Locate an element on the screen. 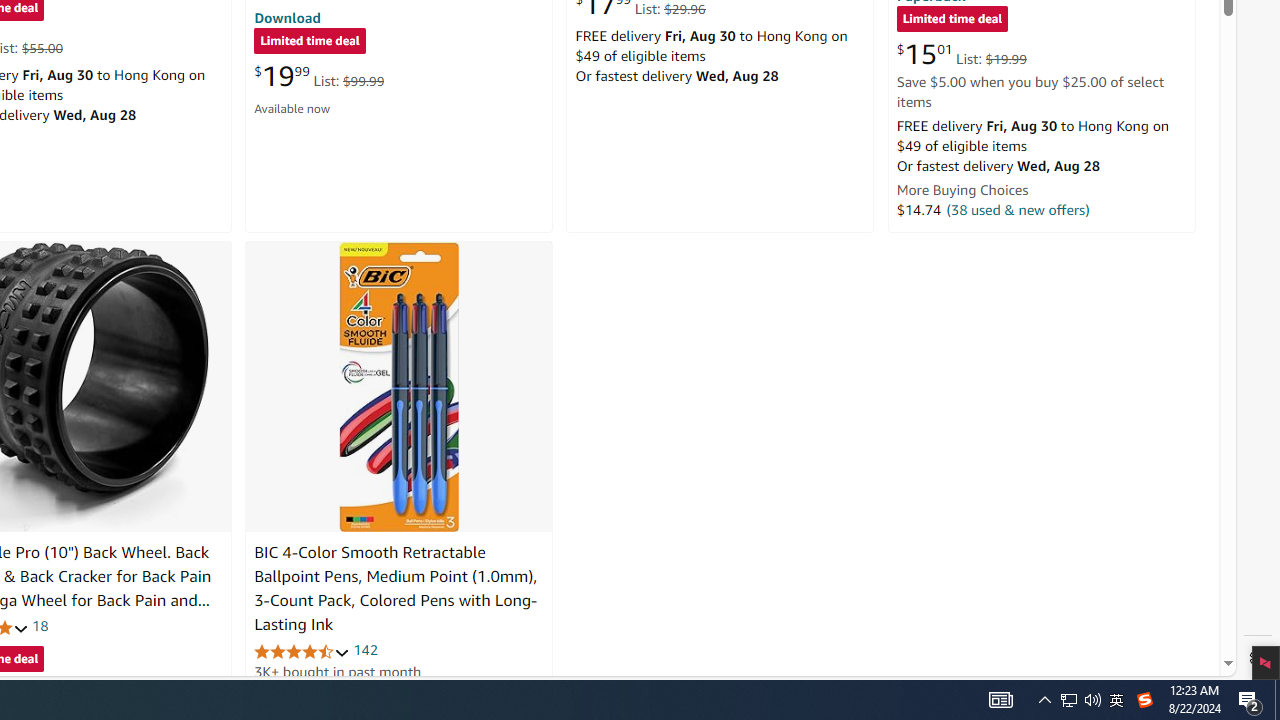 This screenshot has height=720, width=1280. '142' is located at coordinates (365, 650).